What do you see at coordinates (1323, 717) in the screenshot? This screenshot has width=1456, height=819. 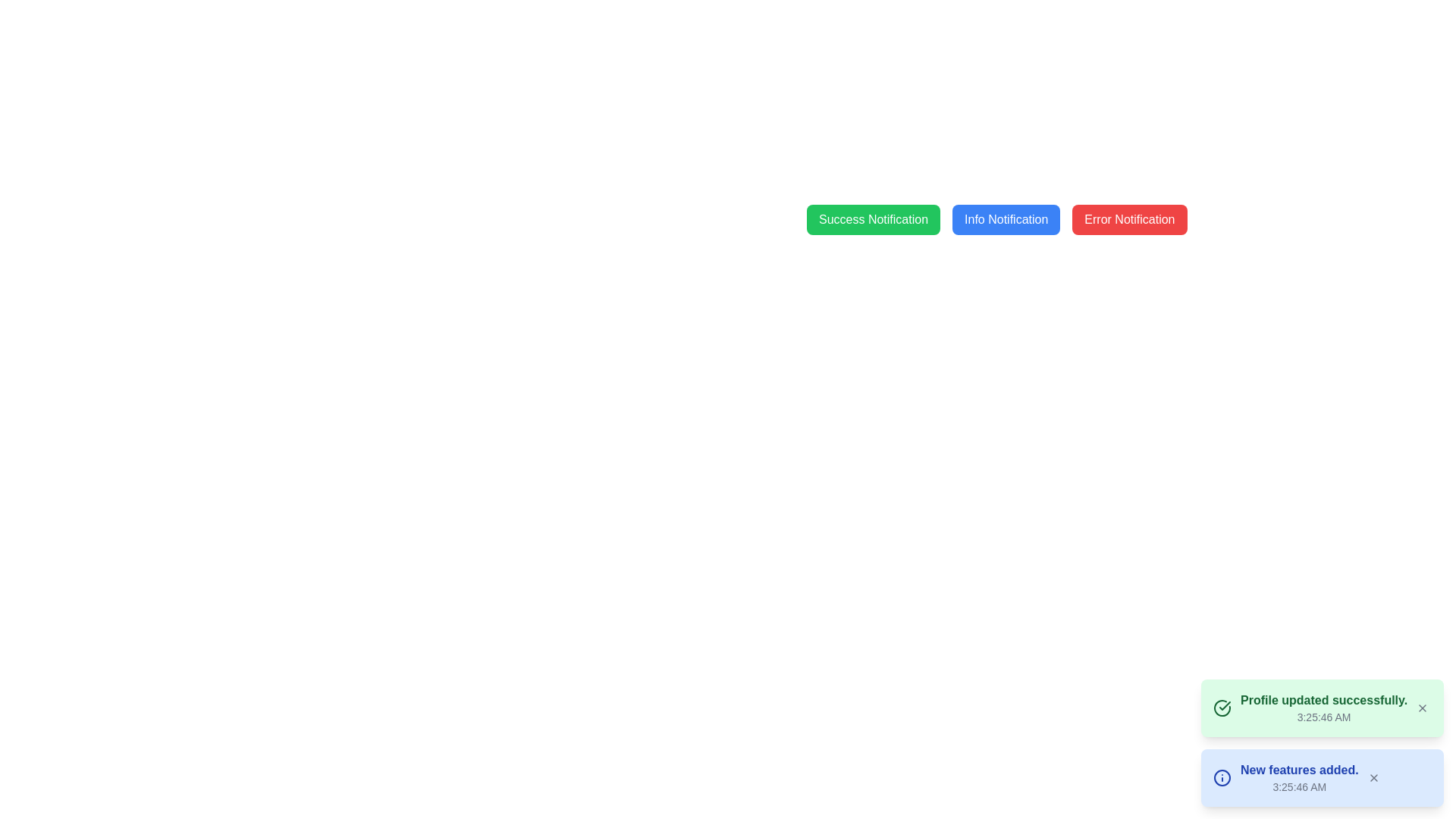 I see `the timestamp text label located underneath the main message 'Profile updated successfully' in the notification box to potentially reveal tooltip information` at bounding box center [1323, 717].